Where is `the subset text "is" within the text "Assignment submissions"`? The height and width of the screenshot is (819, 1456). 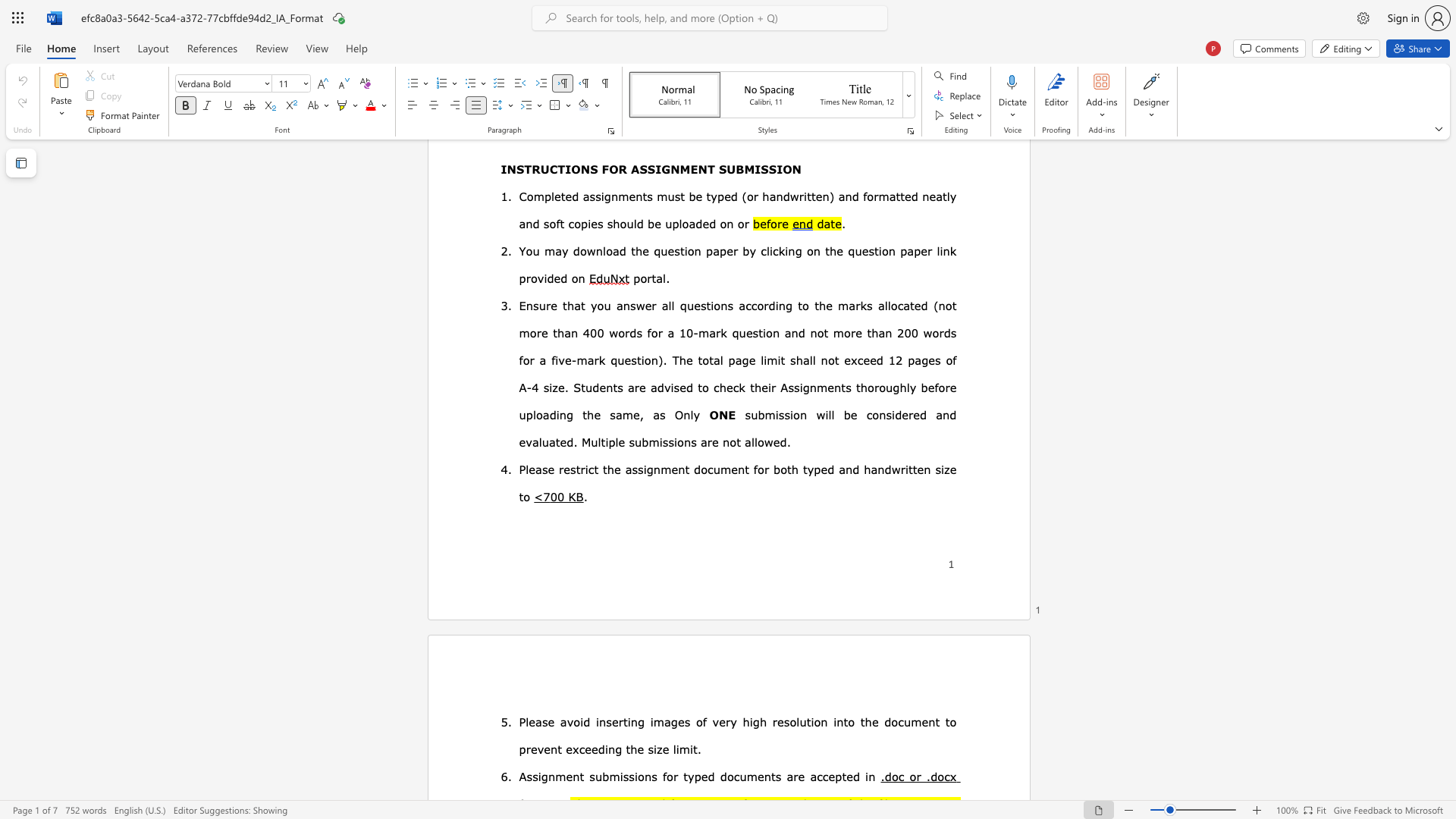
the subset text "is" within the text "Assignment submissions" is located at coordinates (620, 776).